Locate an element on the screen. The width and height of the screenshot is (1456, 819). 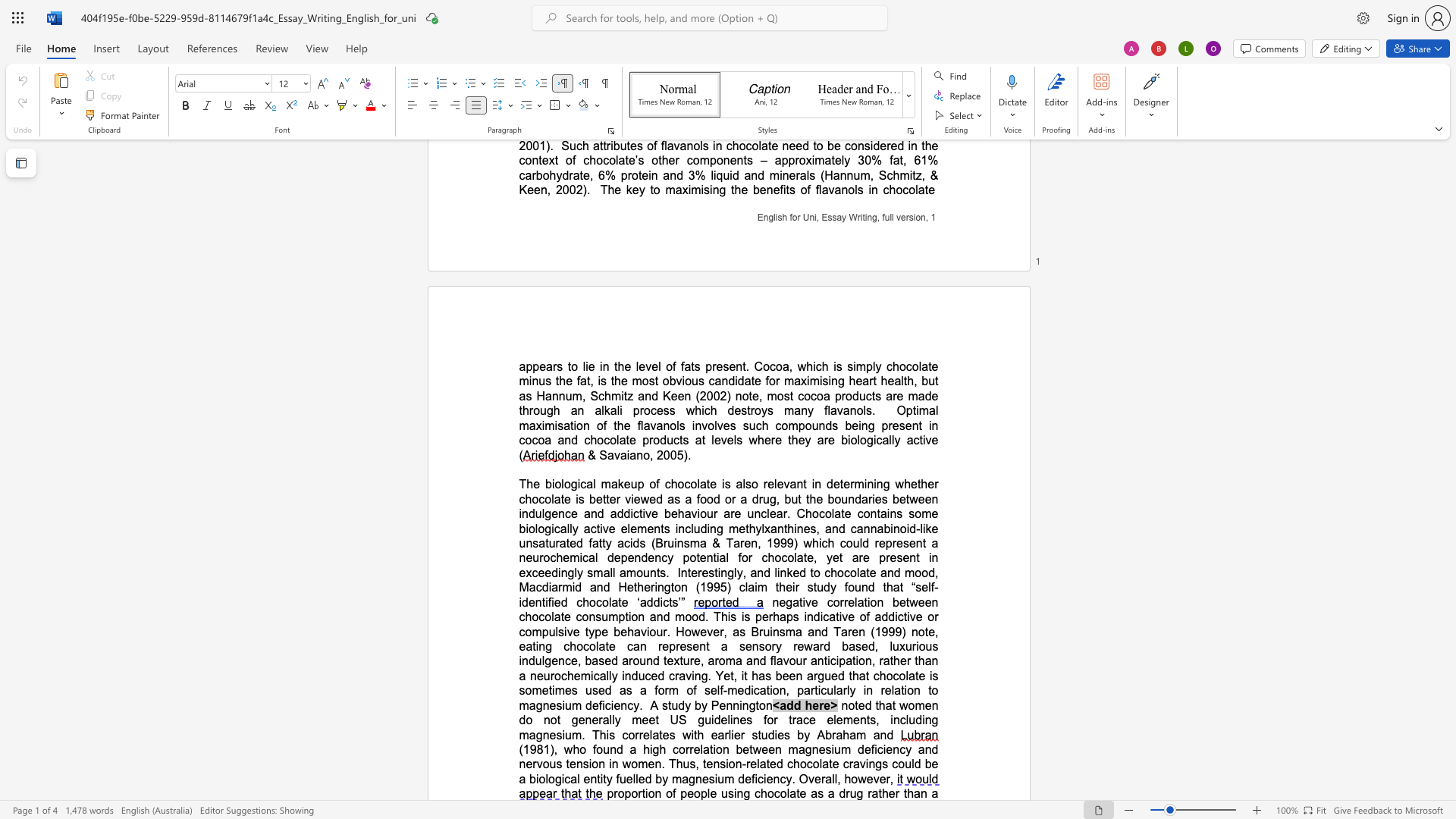
the space between the continuous character "n" and "i" in the text is located at coordinates (738, 705).